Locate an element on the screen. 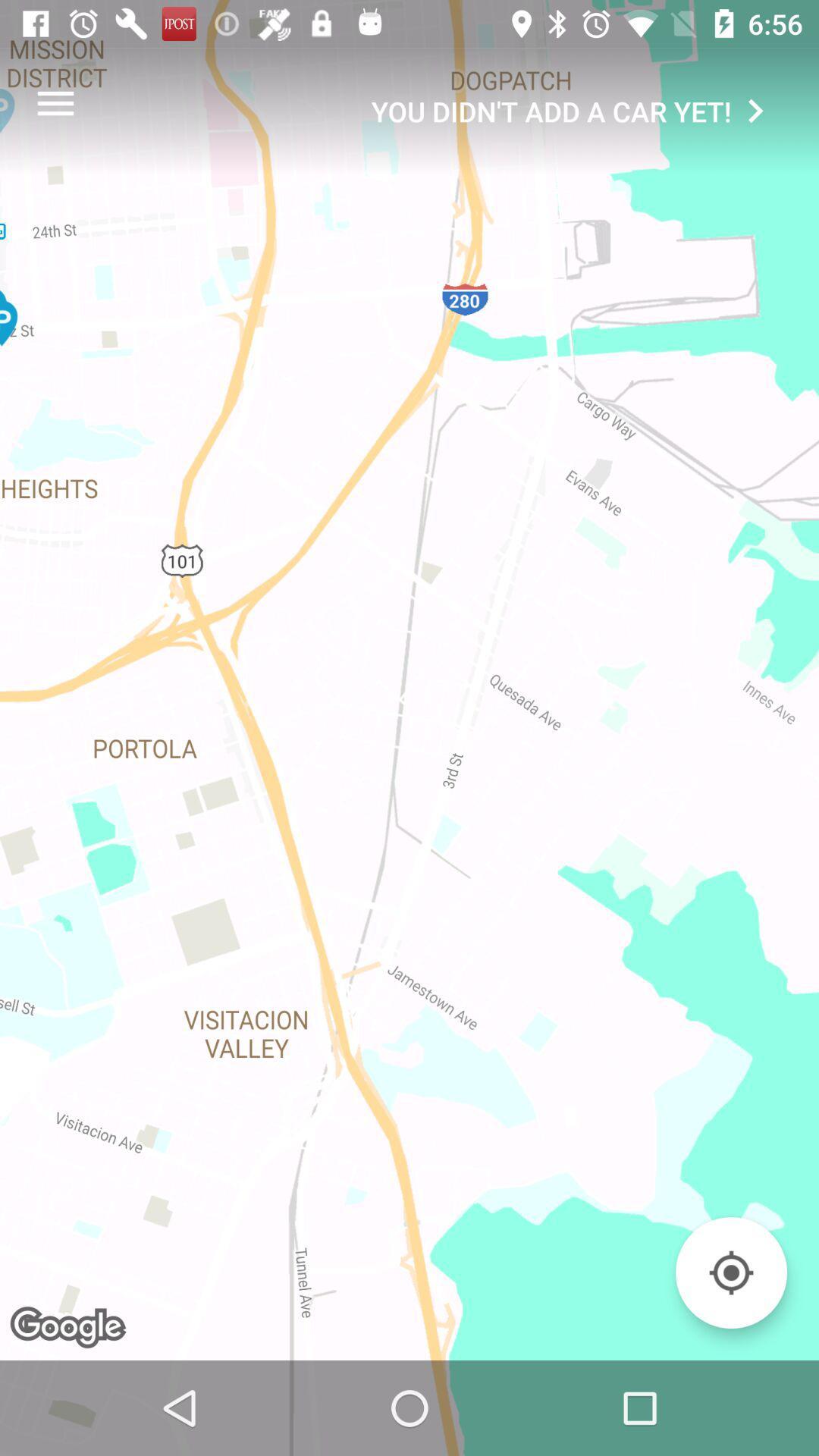  the item below the you didn t item is located at coordinates (730, 1272).